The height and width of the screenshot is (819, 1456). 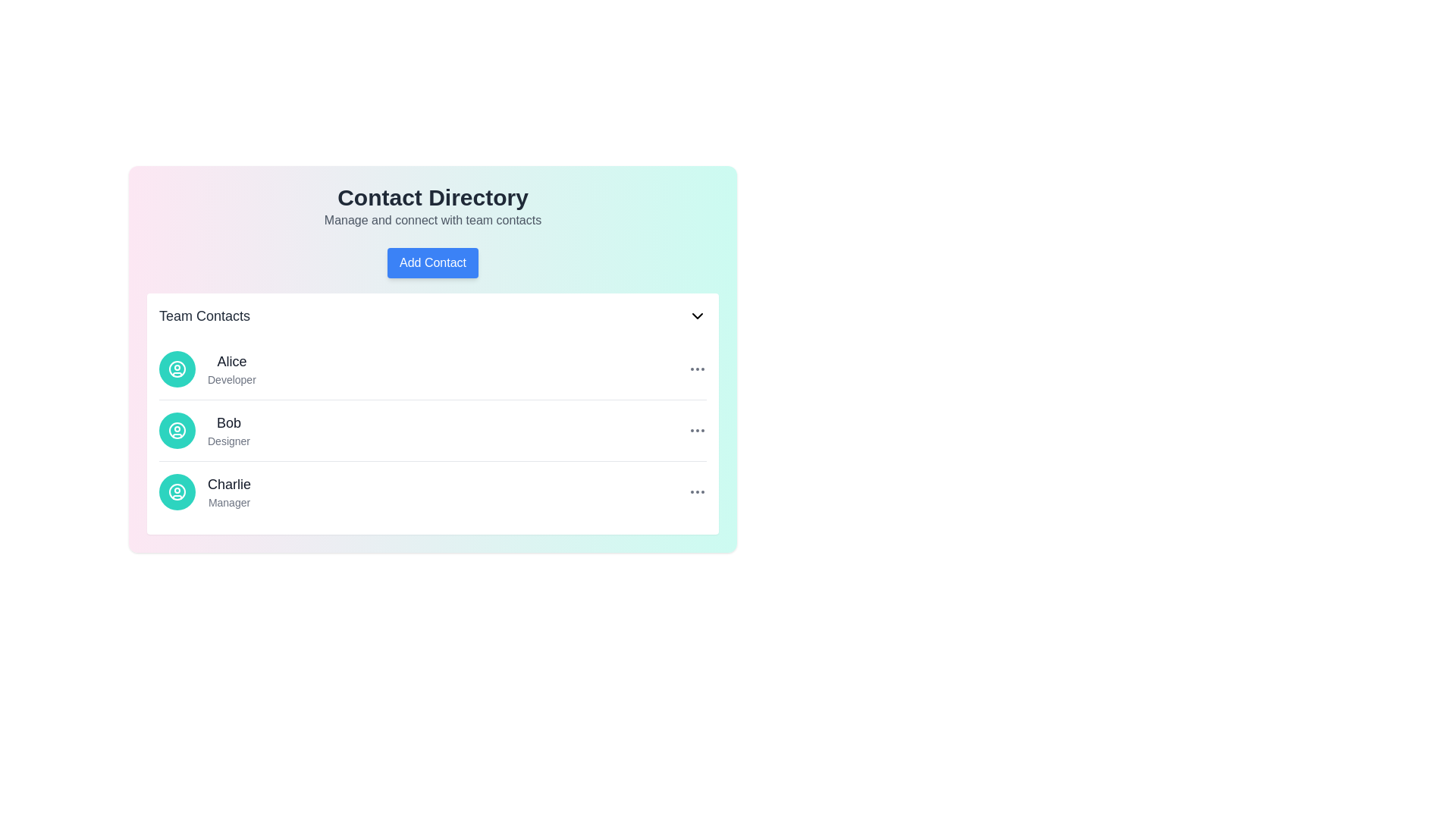 What do you see at coordinates (697, 315) in the screenshot?
I see `the downward-facing chevron icon located on the far right side of the 'Team Contacts' section` at bounding box center [697, 315].